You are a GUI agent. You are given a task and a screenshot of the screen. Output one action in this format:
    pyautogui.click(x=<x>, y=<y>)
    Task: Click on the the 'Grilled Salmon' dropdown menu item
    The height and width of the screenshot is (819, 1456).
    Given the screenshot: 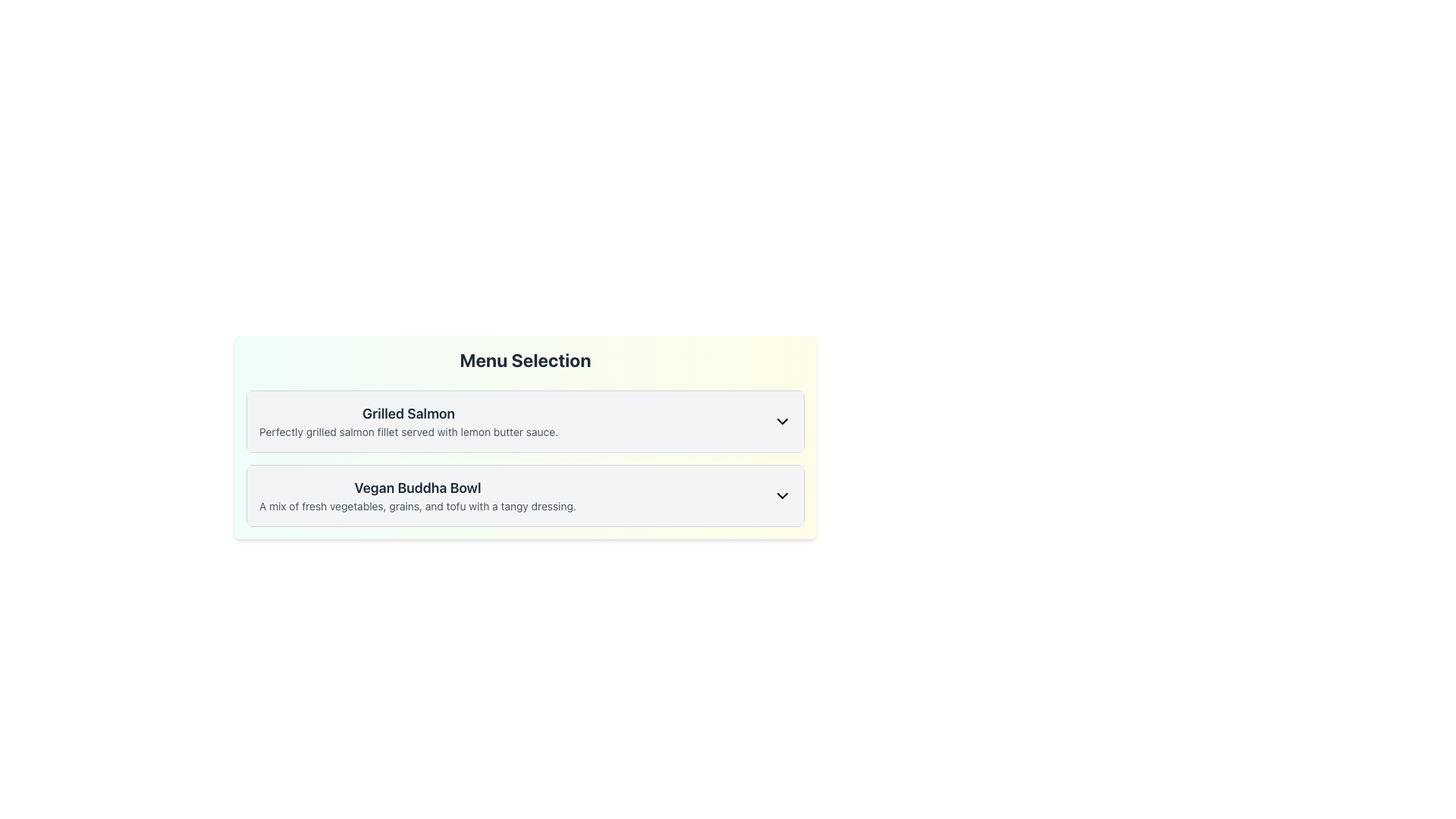 What is the action you would take?
    pyautogui.click(x=525, y=421)
    